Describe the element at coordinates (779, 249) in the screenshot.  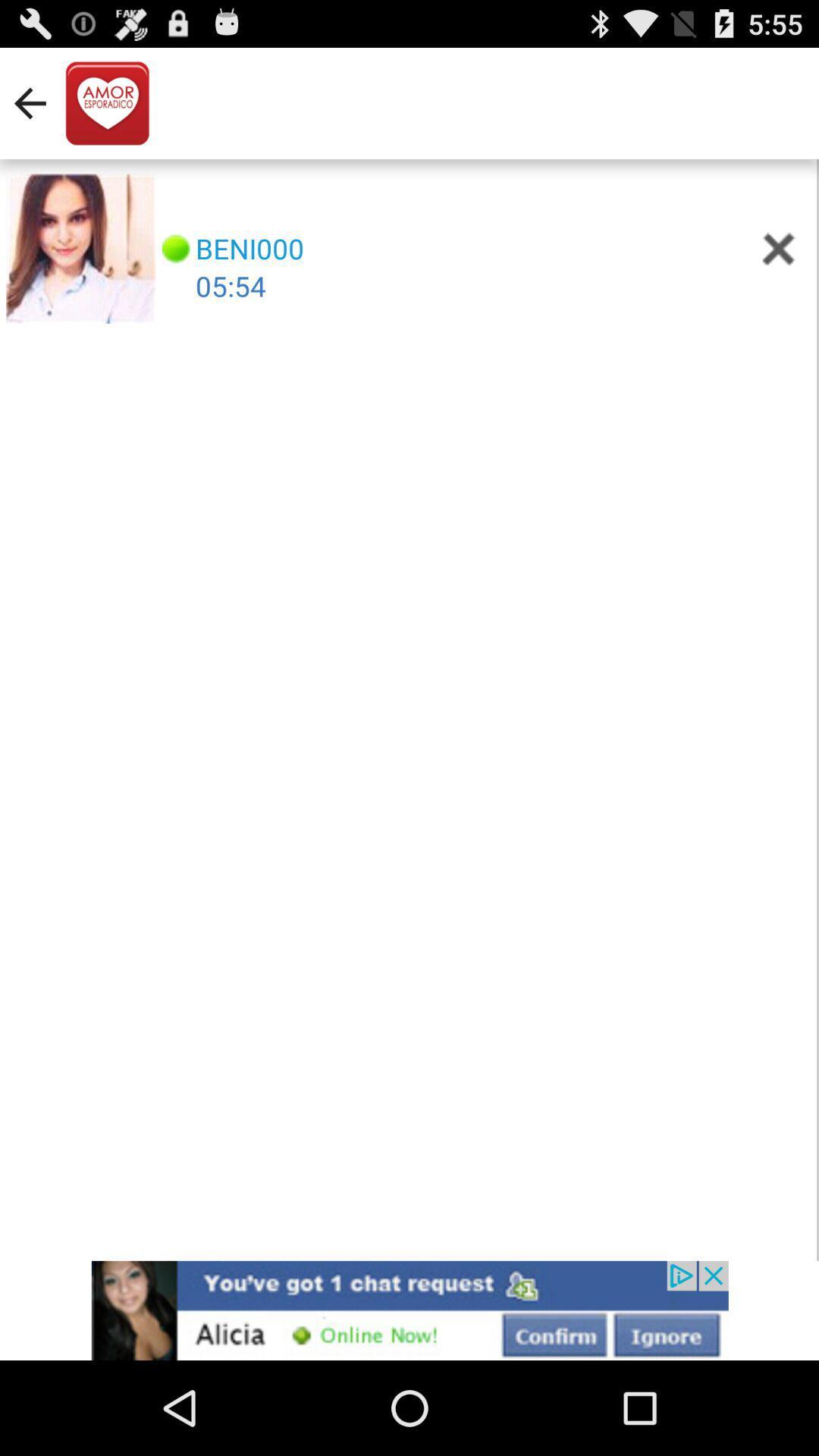
I see `delete message` at that location.